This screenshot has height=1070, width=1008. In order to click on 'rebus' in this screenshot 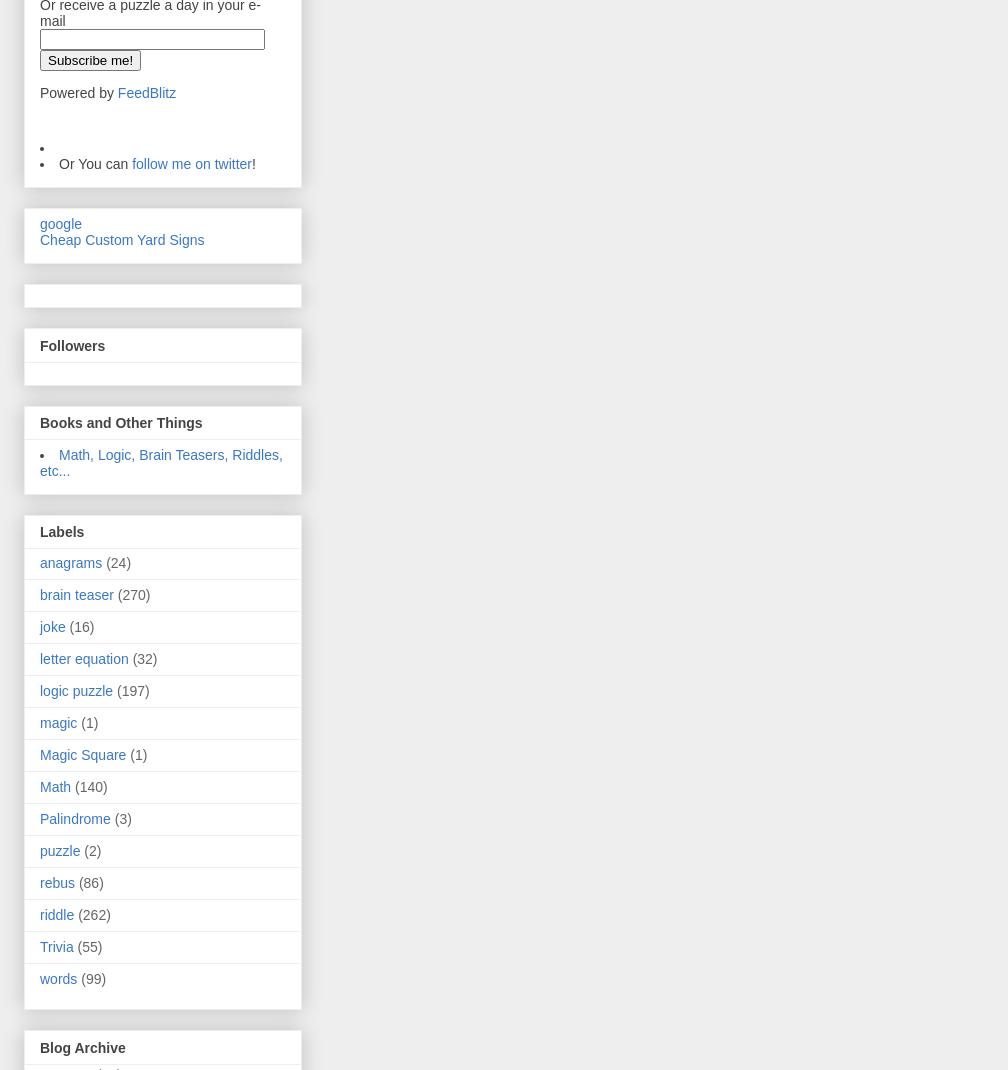, I will do `click(57, 882)`.